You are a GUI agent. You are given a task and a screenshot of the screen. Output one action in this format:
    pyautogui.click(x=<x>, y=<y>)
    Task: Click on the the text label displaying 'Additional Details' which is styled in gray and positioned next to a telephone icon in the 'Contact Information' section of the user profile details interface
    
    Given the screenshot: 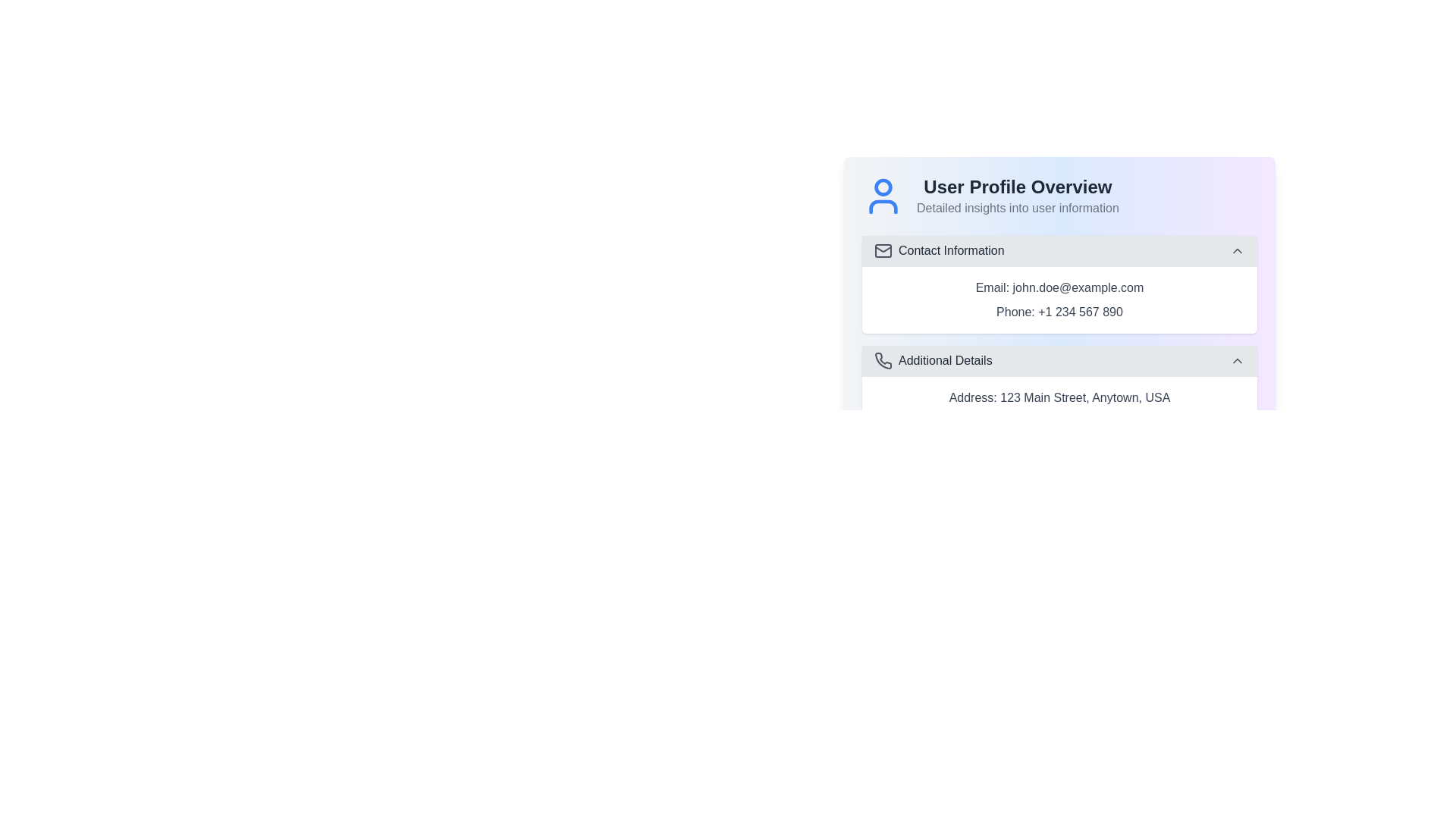 What is the action you would take?
    pyautogui.click(x=944, y=360)
    